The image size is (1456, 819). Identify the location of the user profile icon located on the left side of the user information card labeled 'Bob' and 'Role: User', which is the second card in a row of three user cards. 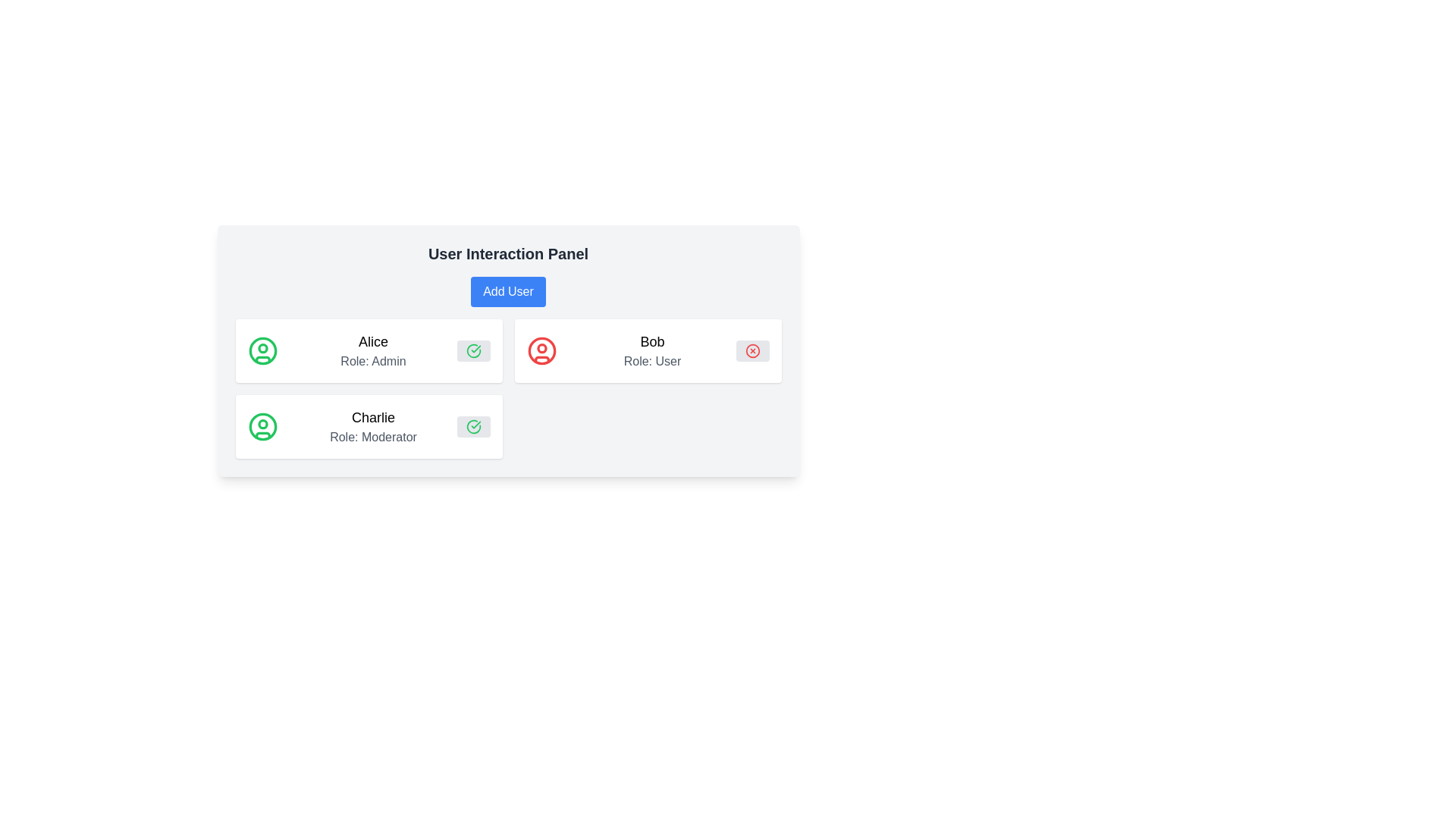
(541, 350).